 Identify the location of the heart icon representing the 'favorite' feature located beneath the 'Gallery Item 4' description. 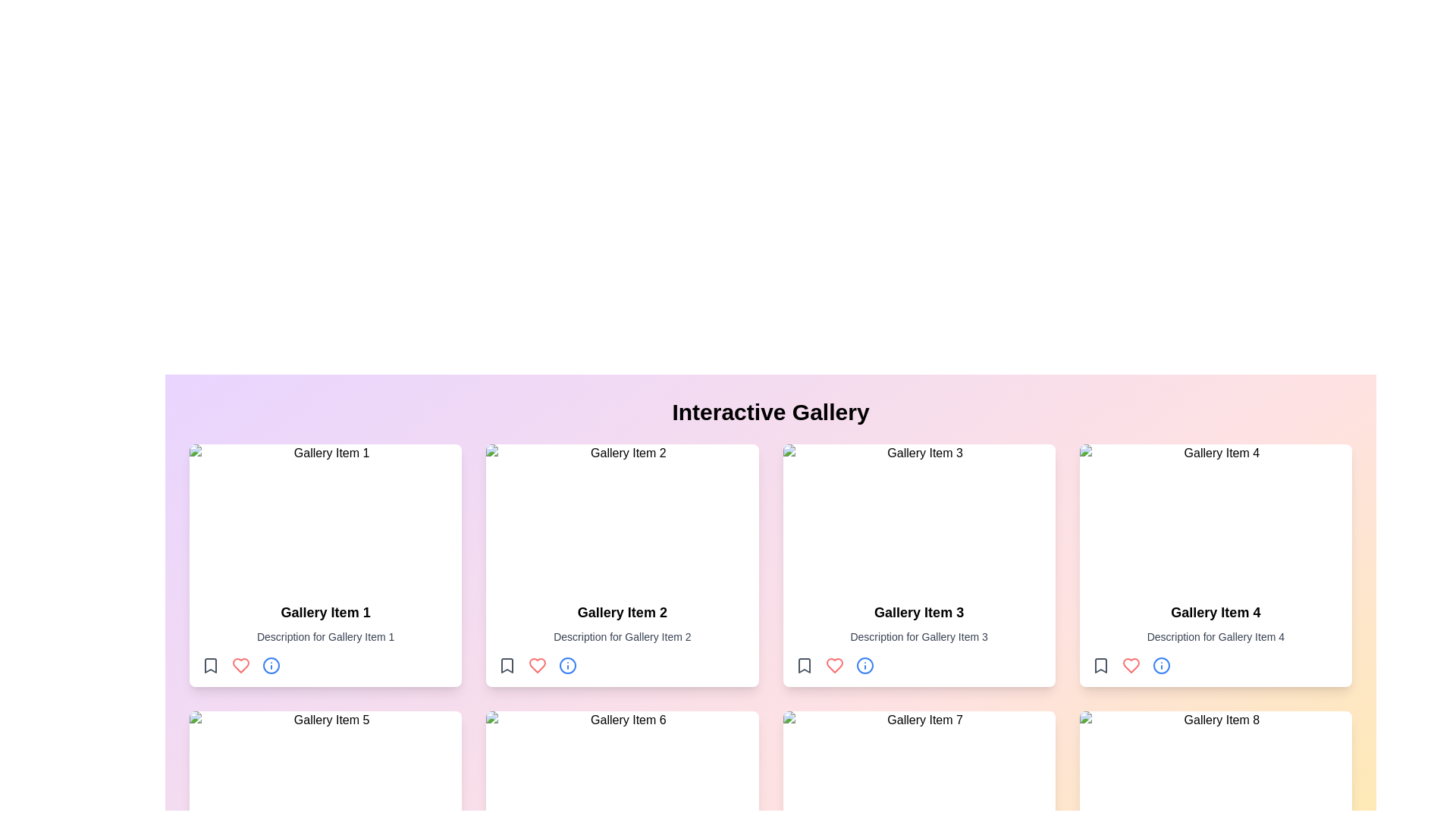
(538, 665).